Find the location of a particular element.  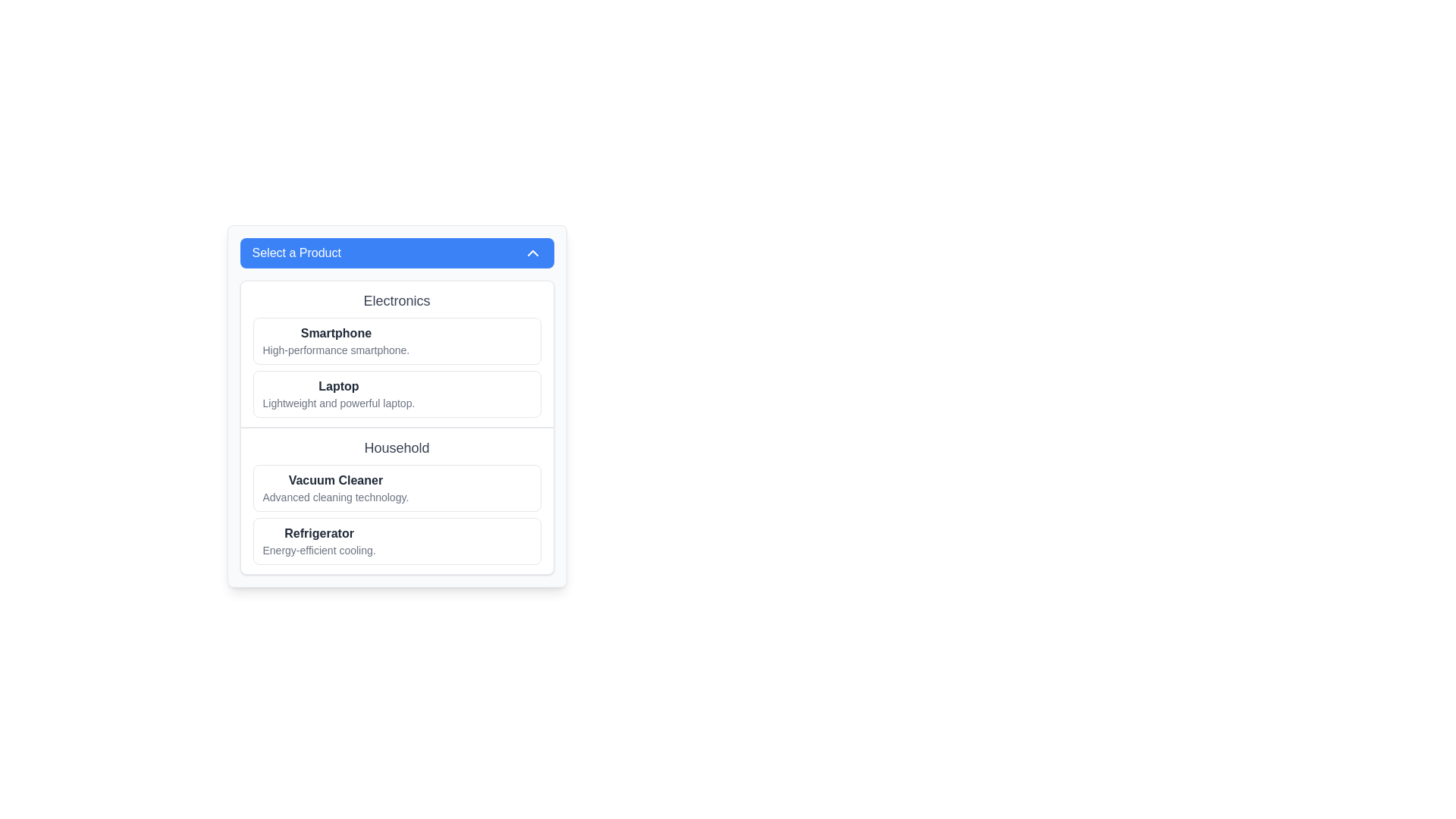

text label displaying 'Refrigerator' in bold font style and dark grey color, located in the household items section, positioned between 'Vacuum Cleaner' and 'Energy-efficient cooling.' is located at coordinates (318, 533).